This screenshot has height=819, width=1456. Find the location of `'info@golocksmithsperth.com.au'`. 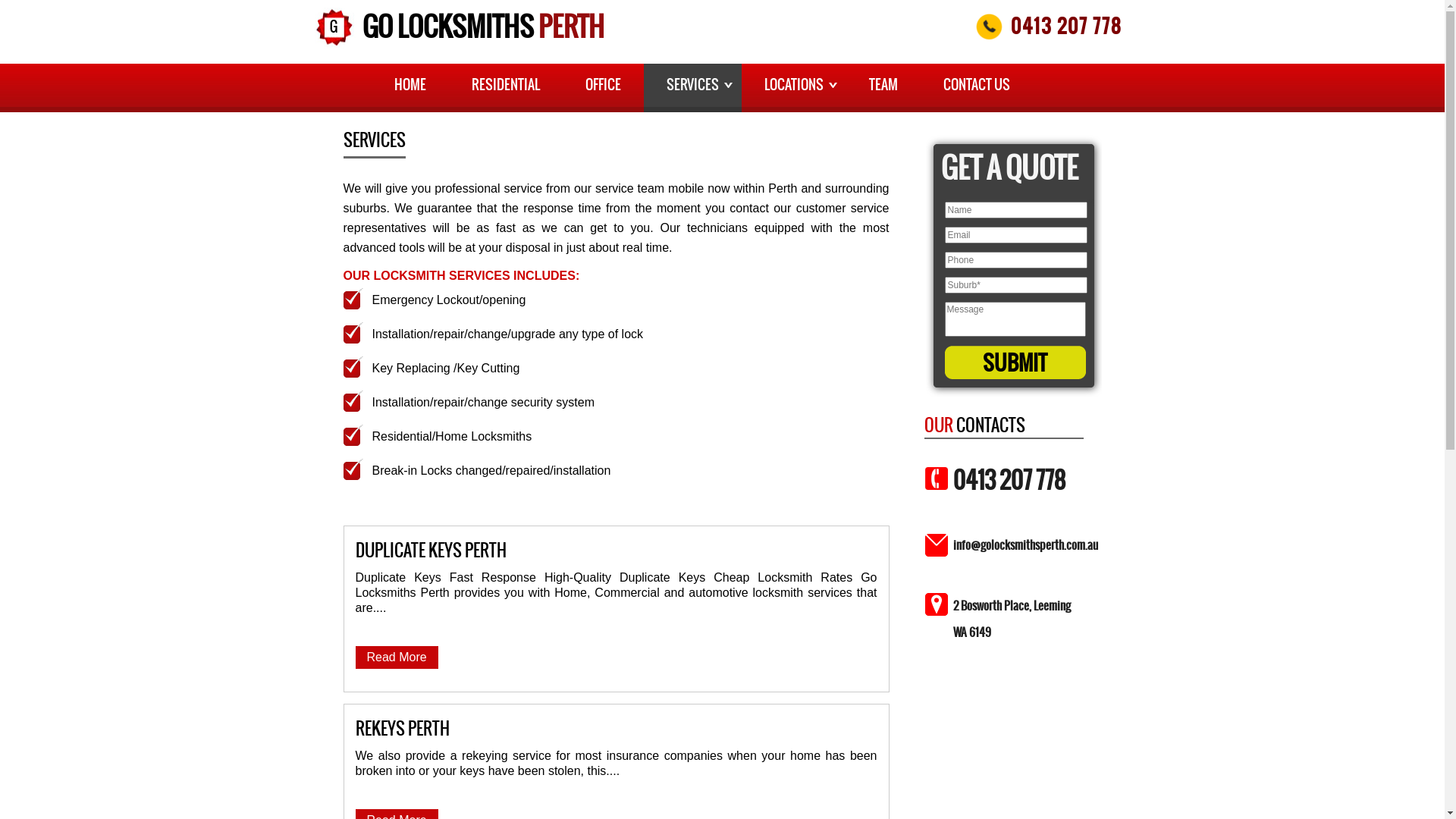

'info@golocksmithsperth.com.au' is located at coordinates (1025, 544).